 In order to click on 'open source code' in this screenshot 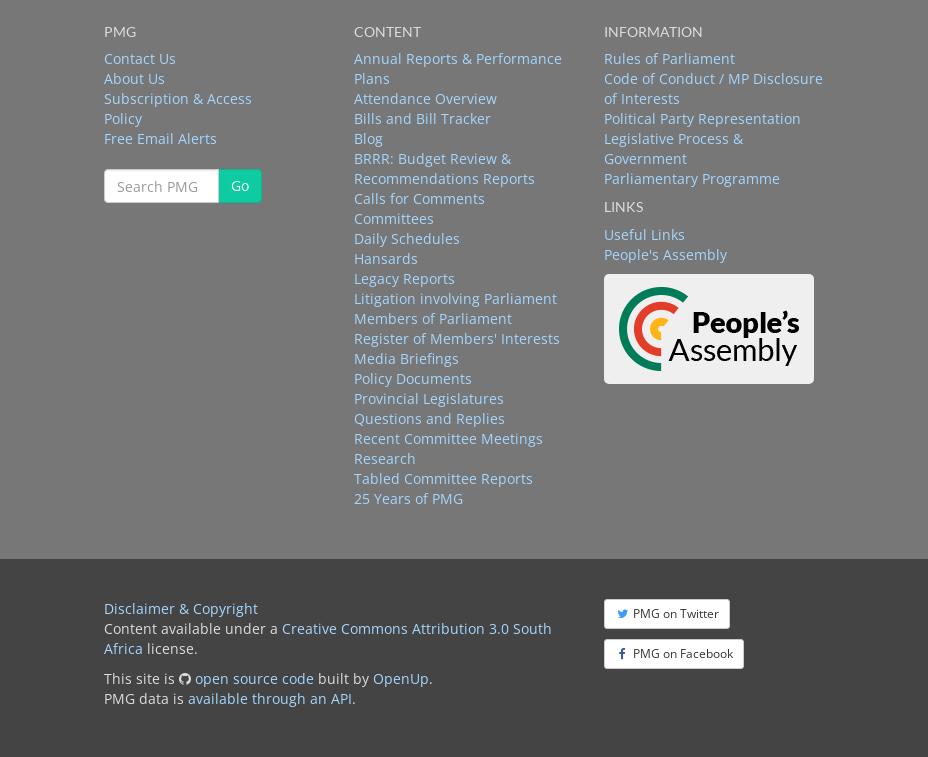, I will do `click(194, 677)`.